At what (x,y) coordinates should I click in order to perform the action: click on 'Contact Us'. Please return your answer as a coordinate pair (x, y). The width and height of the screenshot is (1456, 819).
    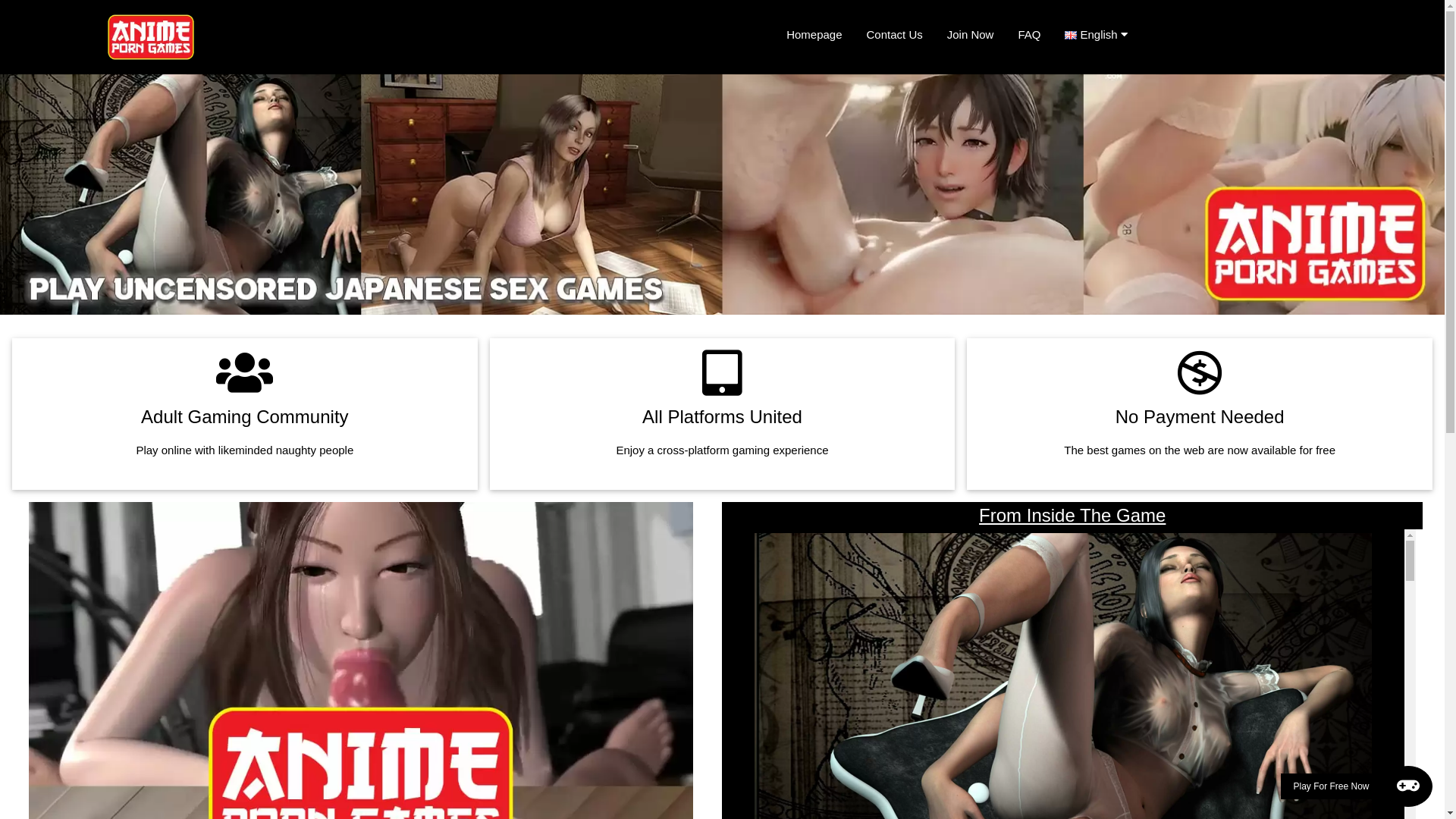
    Looking at the image, I should click on (895, 34).